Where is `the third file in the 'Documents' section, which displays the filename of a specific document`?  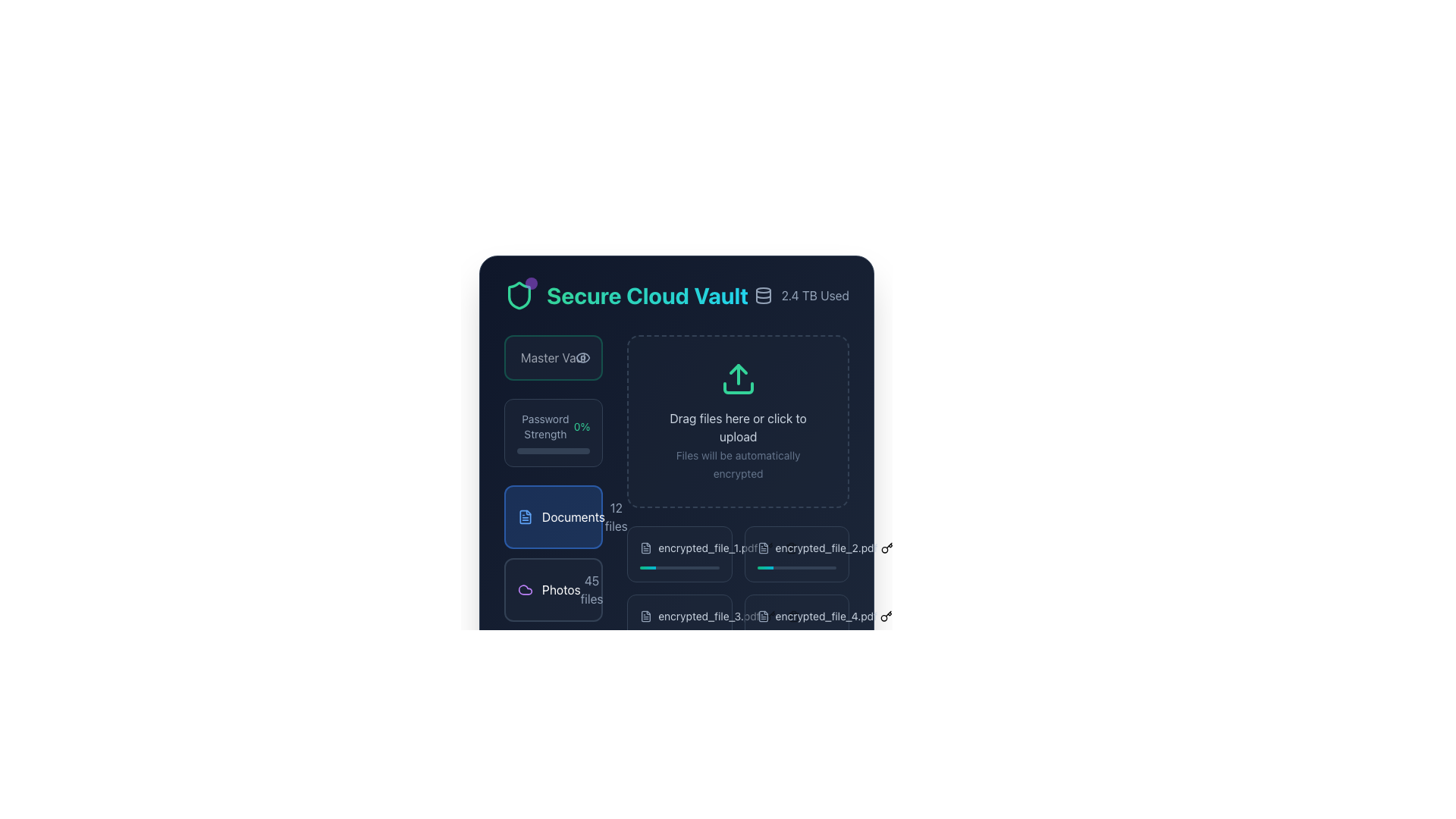 the third file in the 'Documents' section, which displays the filename of a specific document is located at coordinates (699, 617).